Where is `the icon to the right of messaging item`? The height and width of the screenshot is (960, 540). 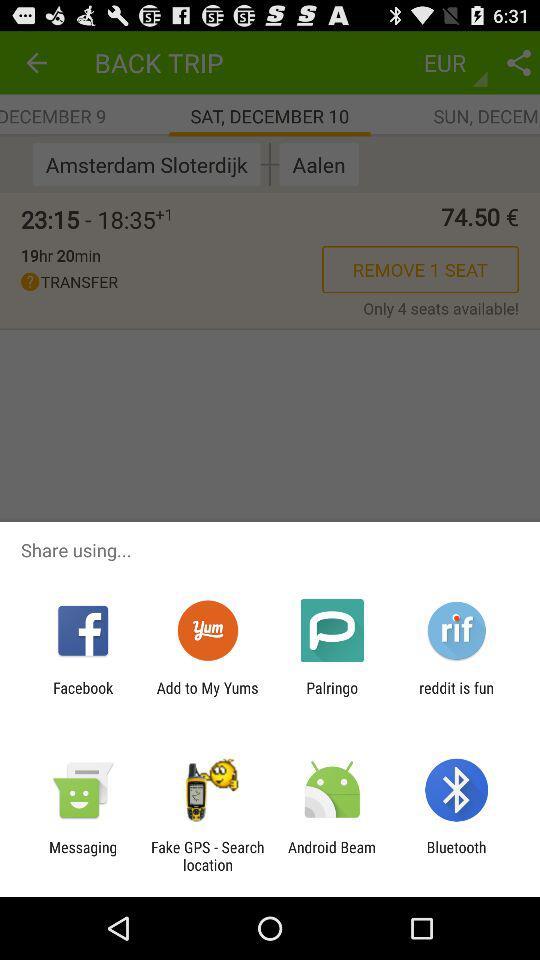 the icon to the right of messaging item is located at coordinates (206, 855).